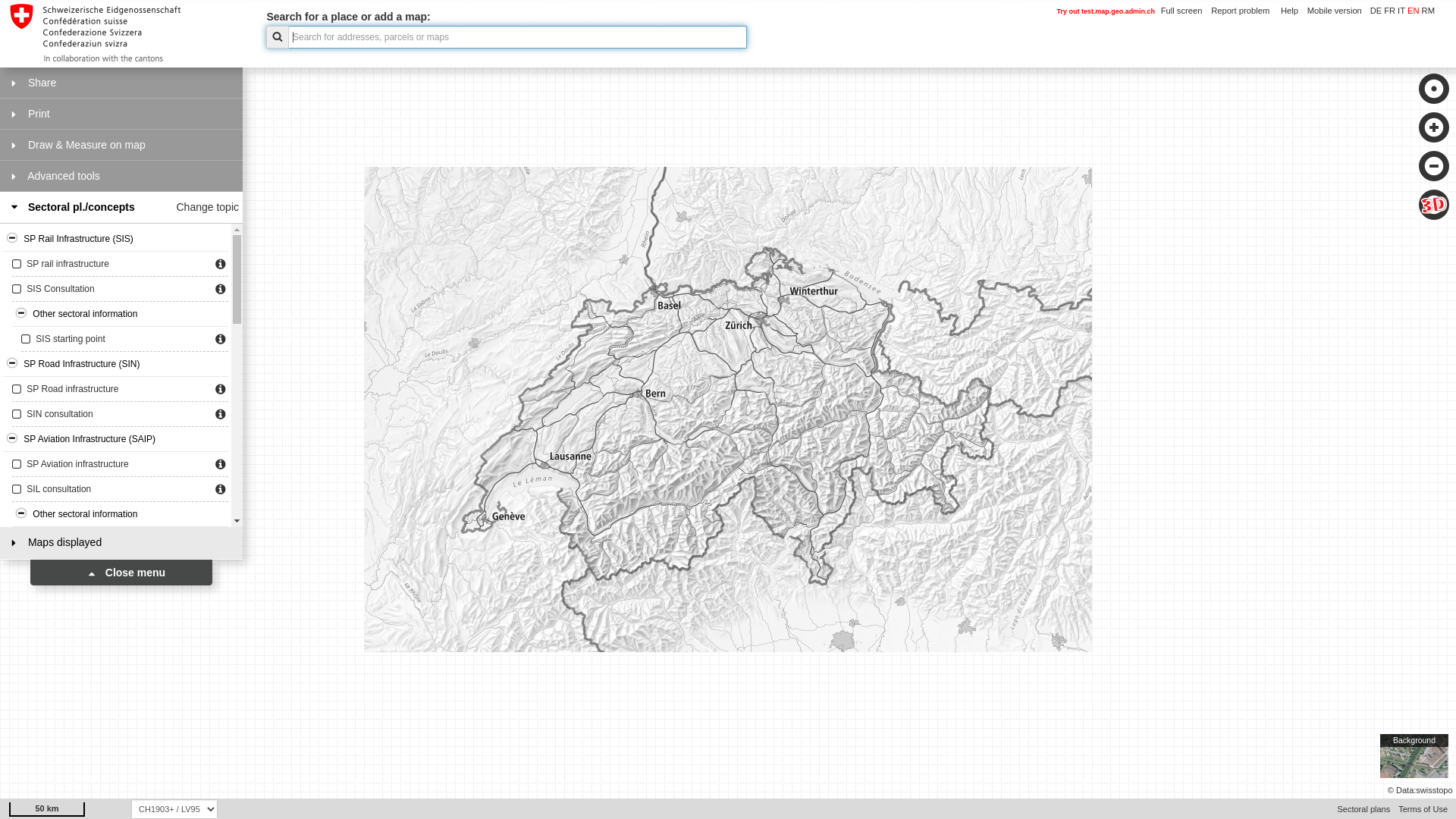 The height and width of the screenshot is (819, 1456). I want to click on 'SP Rail Infrastructure (SIS)', so click(115, 239).